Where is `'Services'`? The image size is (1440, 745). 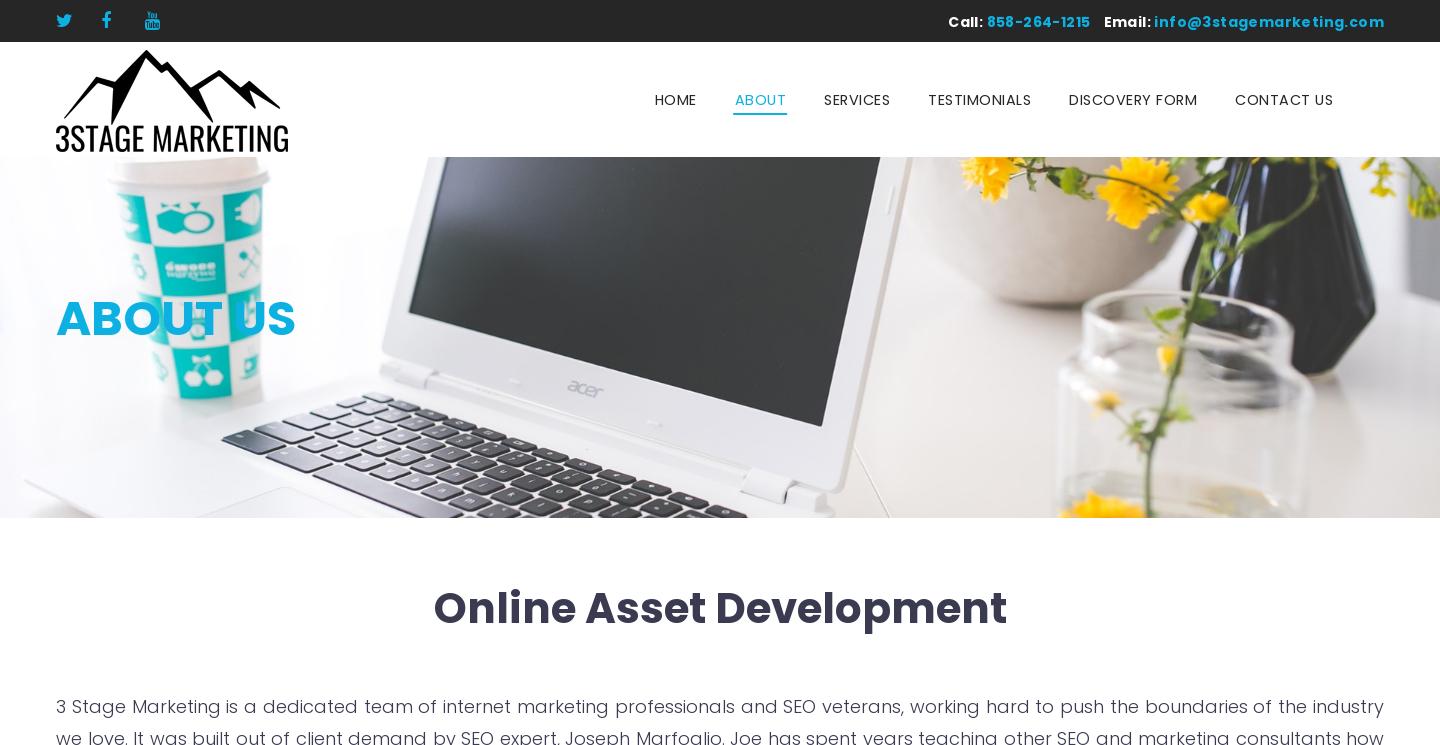 'Services' is located at coordinates (855, 99).